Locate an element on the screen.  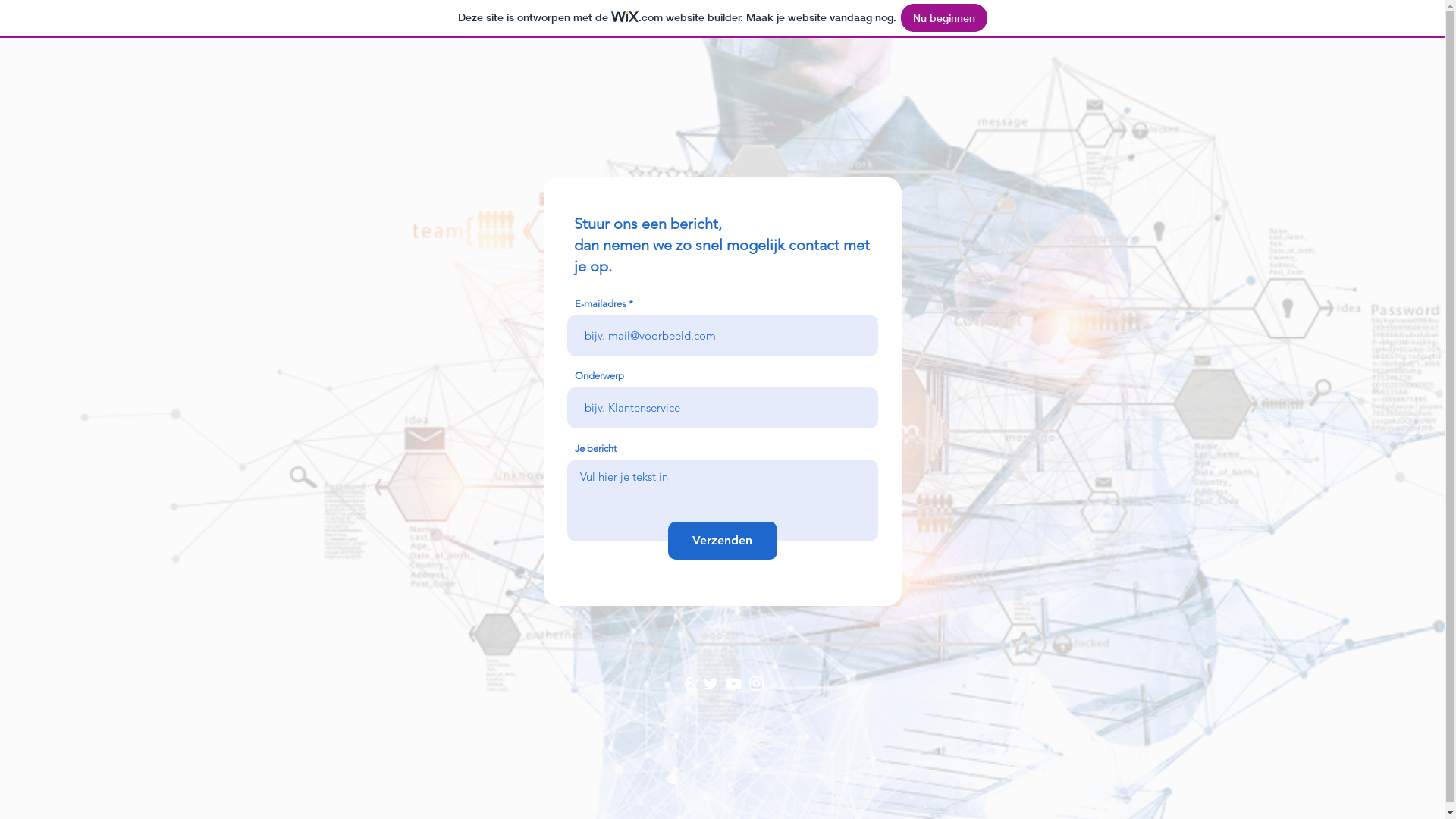
'Verzenden' is located at coordinates (667, 540).